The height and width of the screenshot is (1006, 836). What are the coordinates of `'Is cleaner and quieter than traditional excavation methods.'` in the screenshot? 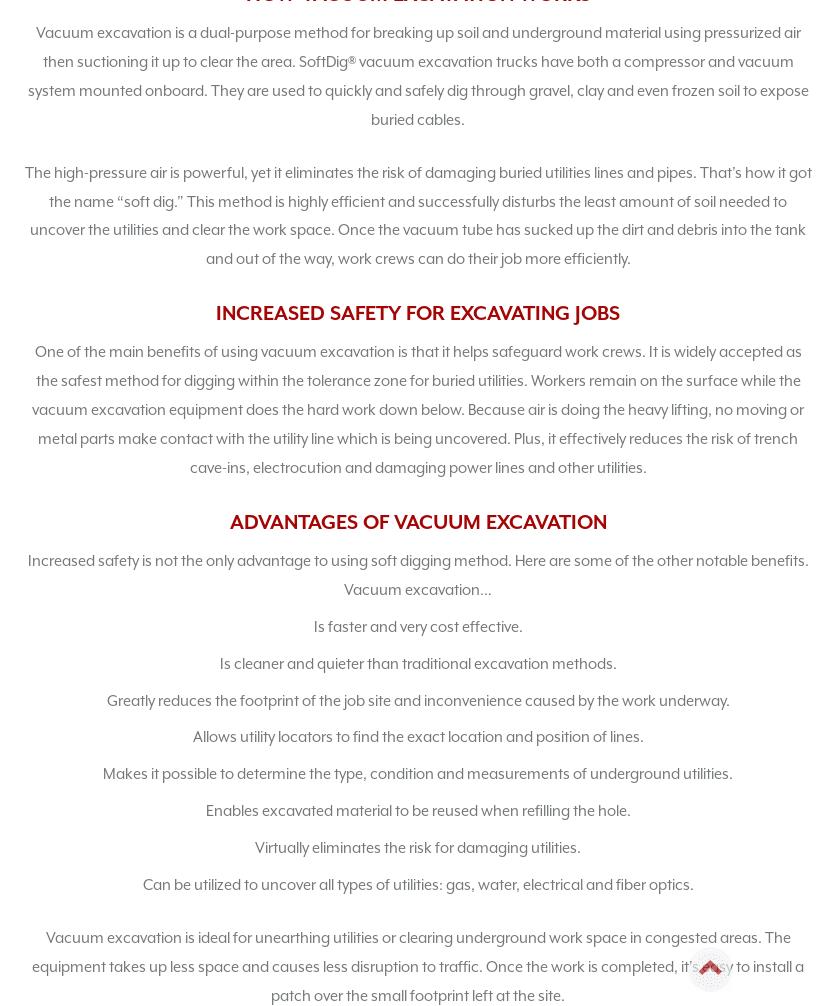 It's located at (416, 662).